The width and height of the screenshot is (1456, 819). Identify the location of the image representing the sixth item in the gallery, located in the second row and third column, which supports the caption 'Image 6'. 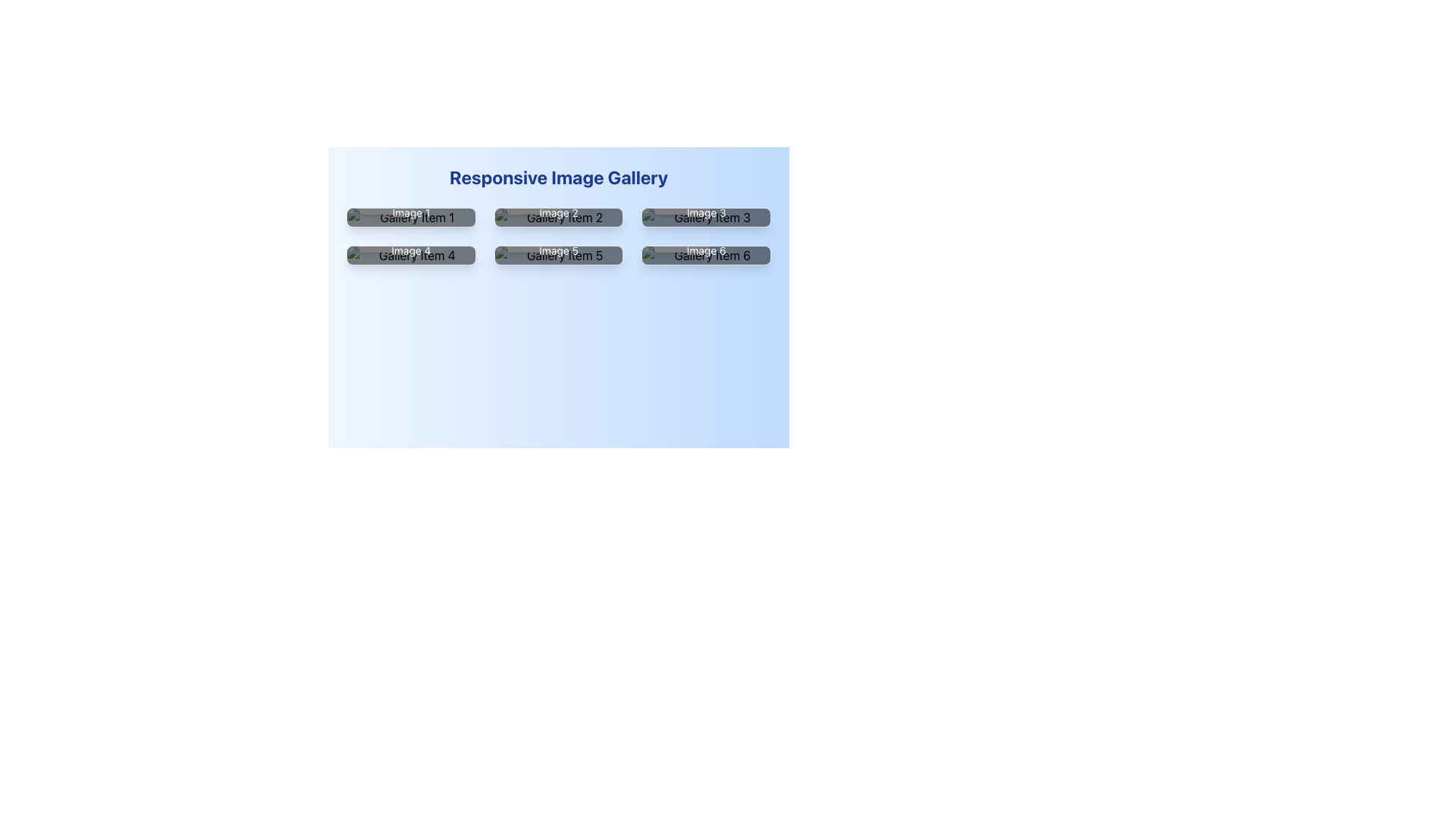
(705, 254).